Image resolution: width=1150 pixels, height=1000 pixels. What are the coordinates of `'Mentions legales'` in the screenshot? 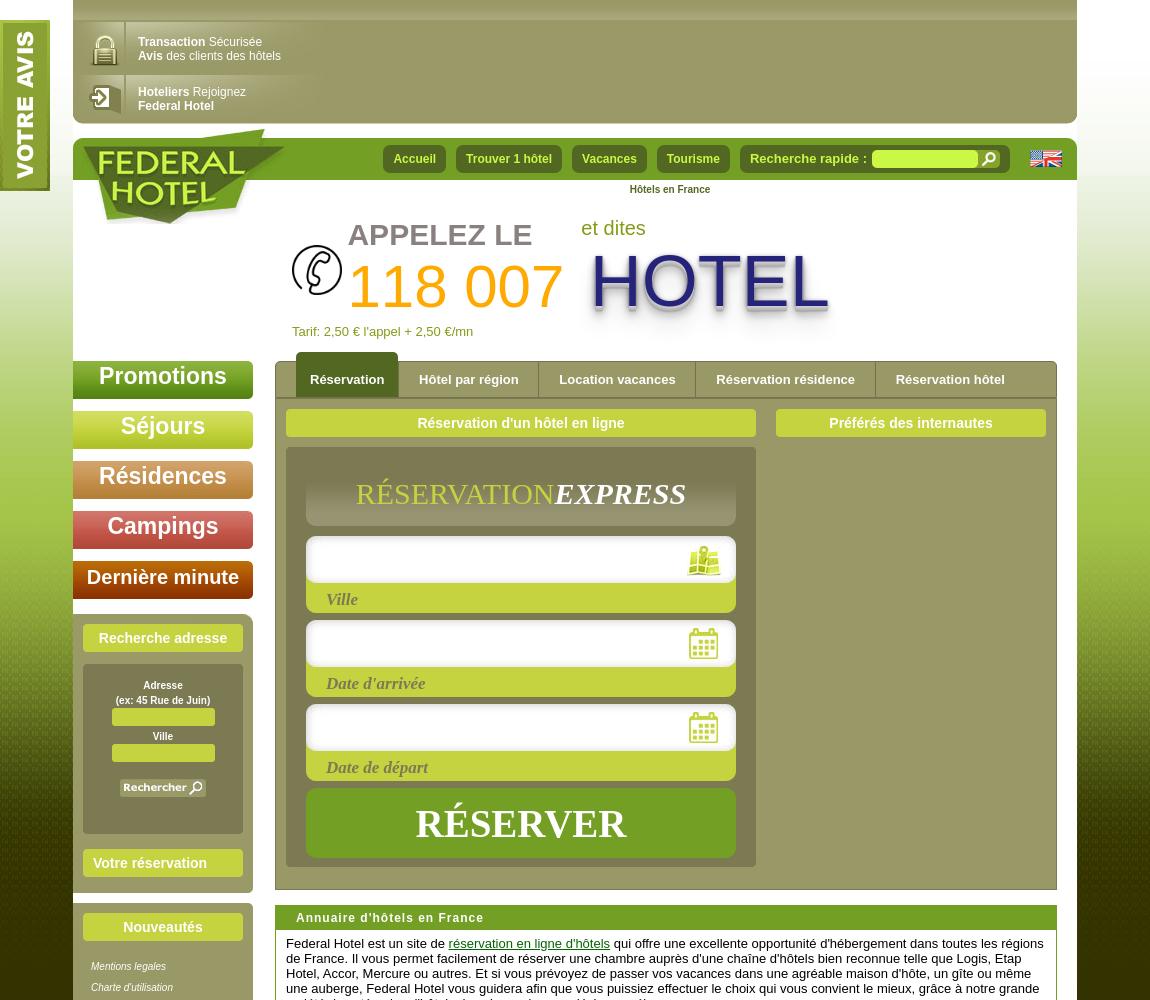 It's located at (127, 965).